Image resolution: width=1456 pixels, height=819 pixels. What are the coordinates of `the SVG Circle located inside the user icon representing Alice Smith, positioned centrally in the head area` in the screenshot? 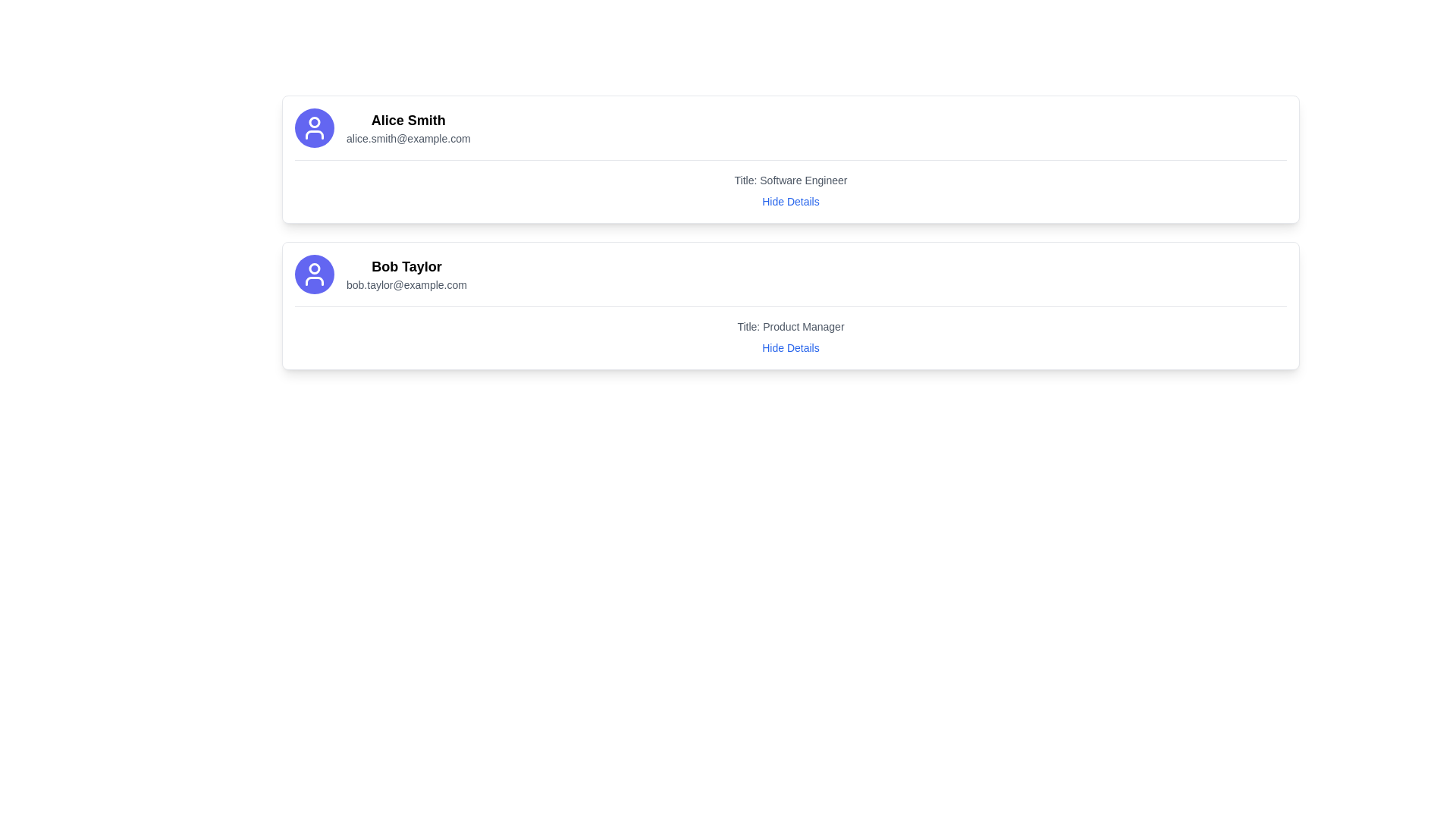 It's located at (313, 121).